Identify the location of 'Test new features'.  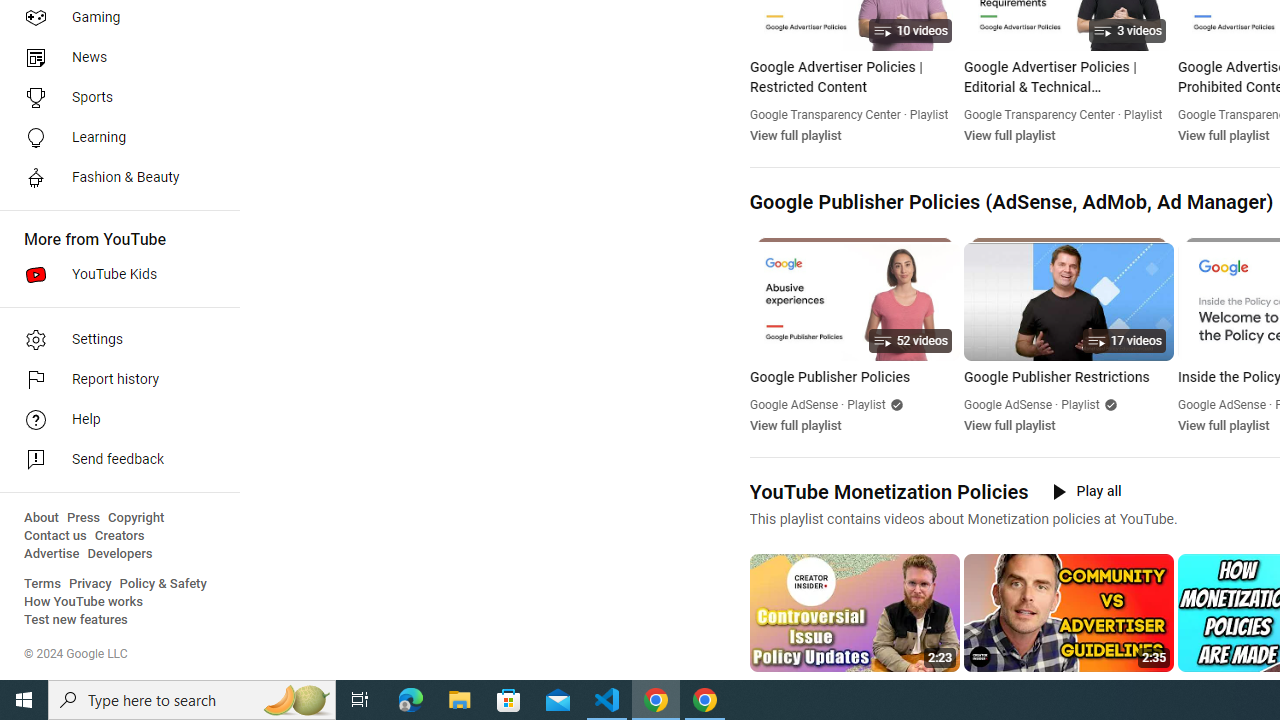
(76, 619).